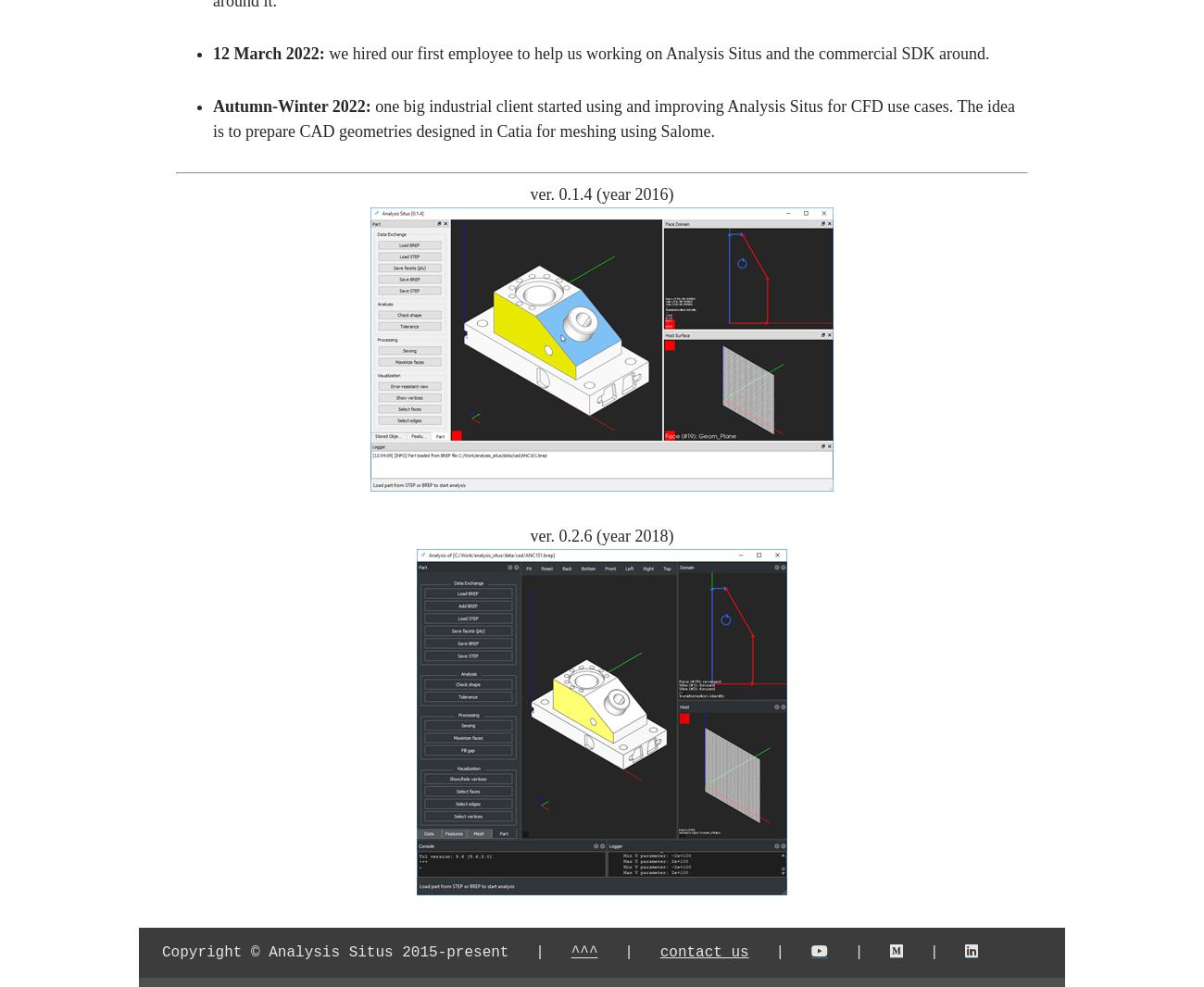  I want to click on '12 March 2022:', so click(211, 52).